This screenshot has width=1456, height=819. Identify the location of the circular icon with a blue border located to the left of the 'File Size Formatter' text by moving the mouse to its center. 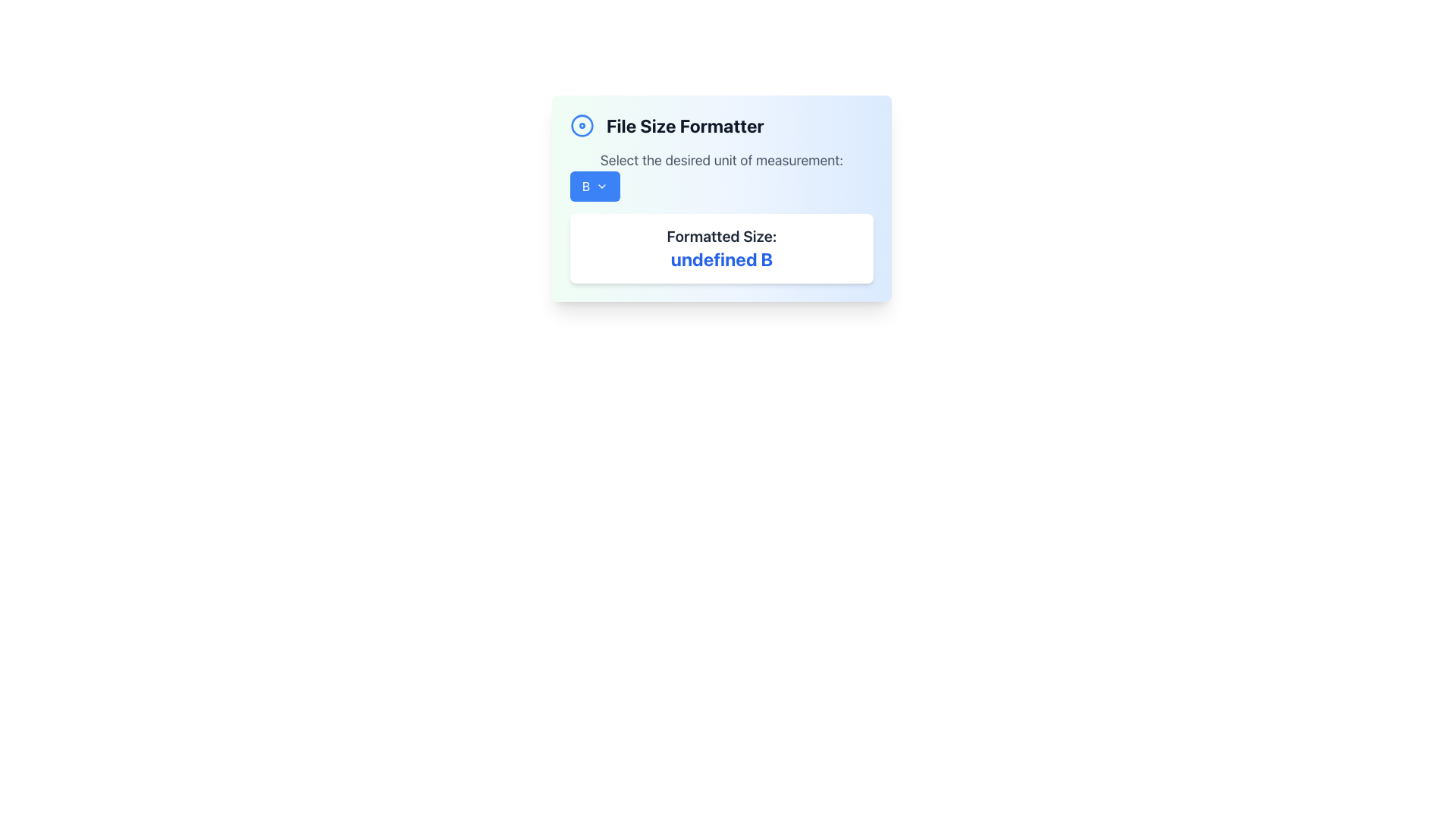
(582, 124).